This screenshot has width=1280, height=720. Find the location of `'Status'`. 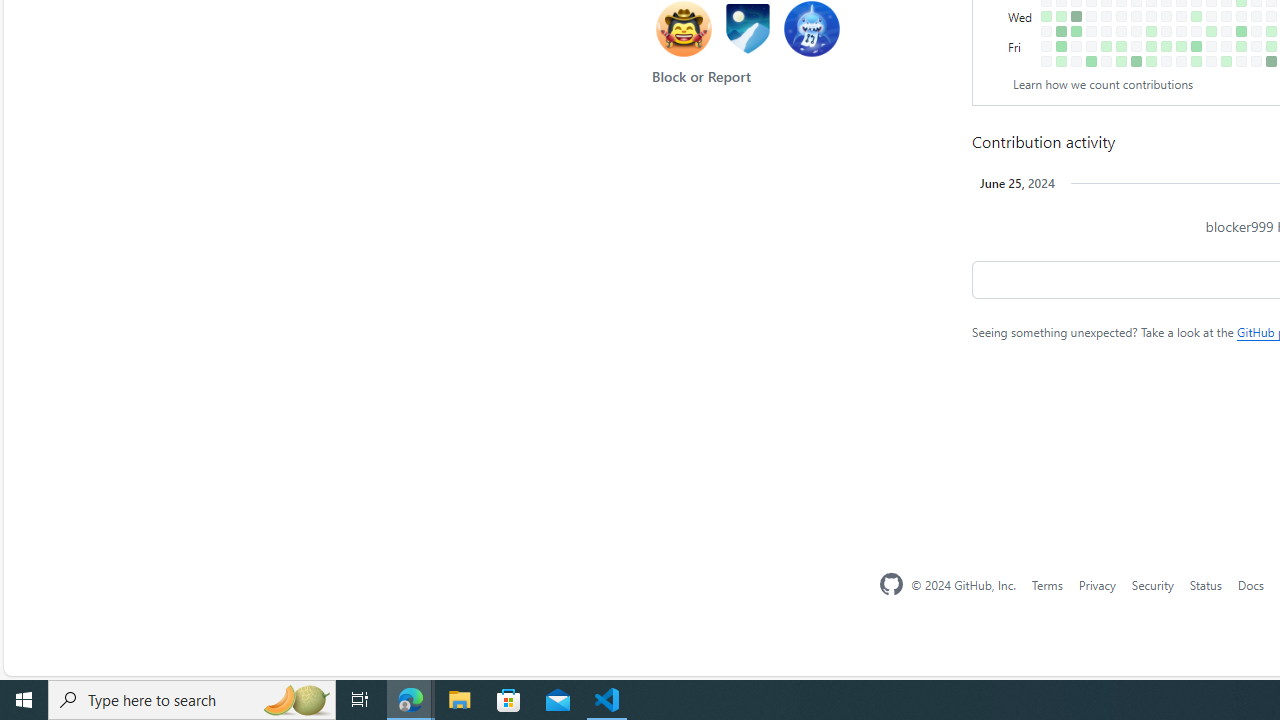

'Status' is located at coordinates (1204, 584).